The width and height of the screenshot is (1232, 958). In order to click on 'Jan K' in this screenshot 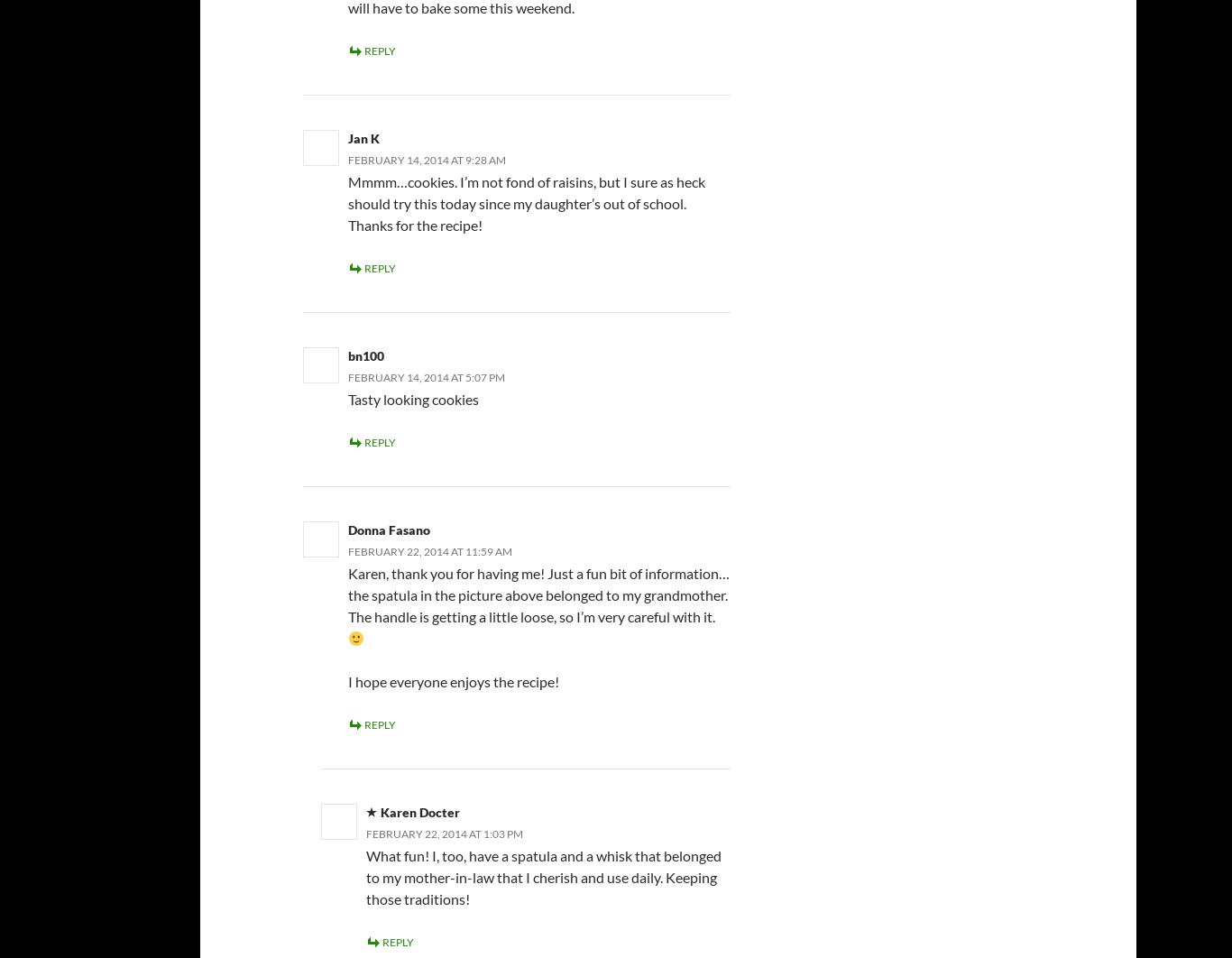, I will do `click(363, 138)`.